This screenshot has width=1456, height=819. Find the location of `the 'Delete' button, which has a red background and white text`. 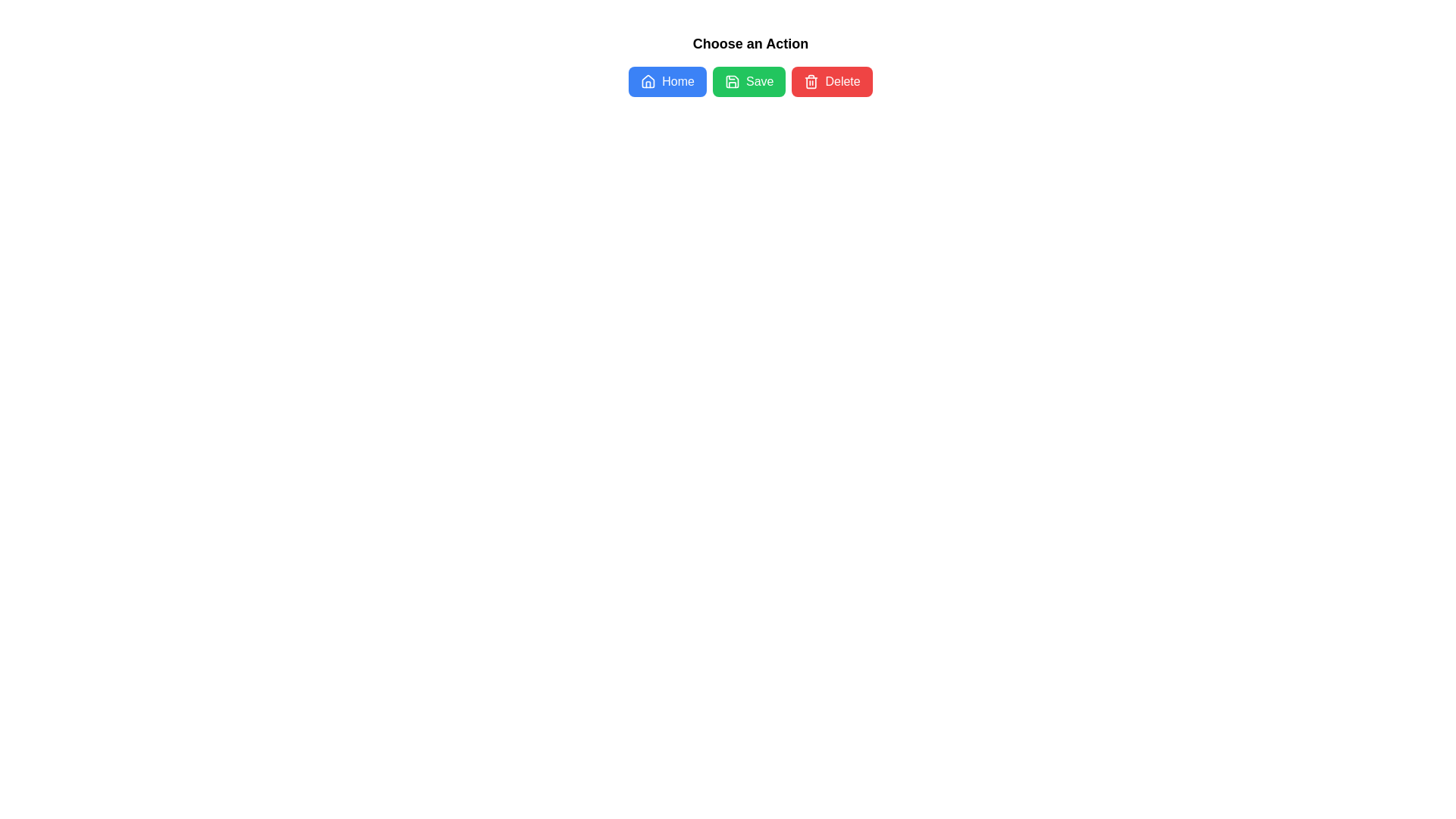

the 'Delete' button, which has a red background and white text is located at coordinates (831, 82).